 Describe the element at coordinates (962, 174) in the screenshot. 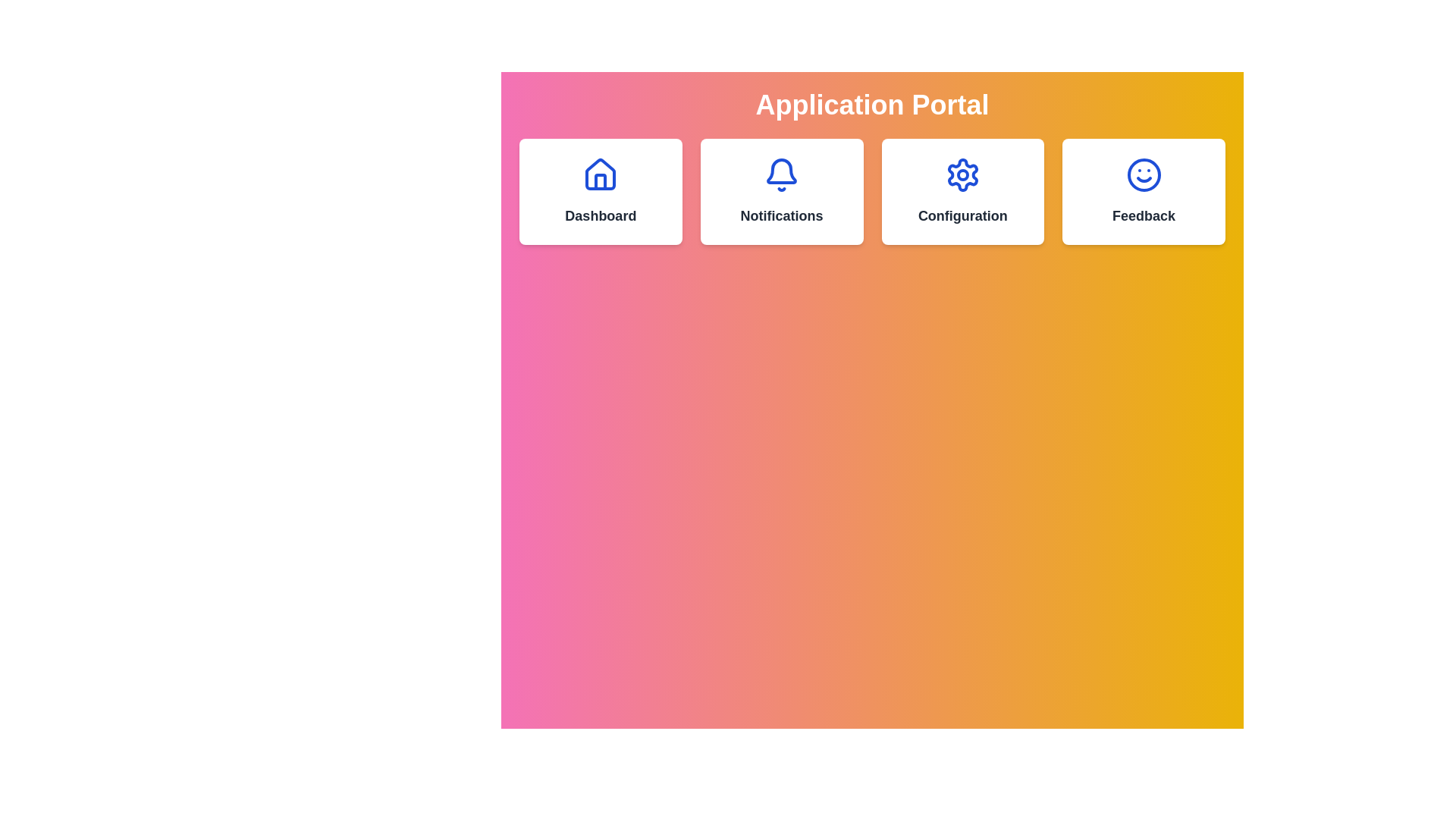

I see `the main gear shape of the 'Configuration' button icon, which is located in the third position from the left in a row of four buttons, just below the 'Application Portal' heading` at that location.